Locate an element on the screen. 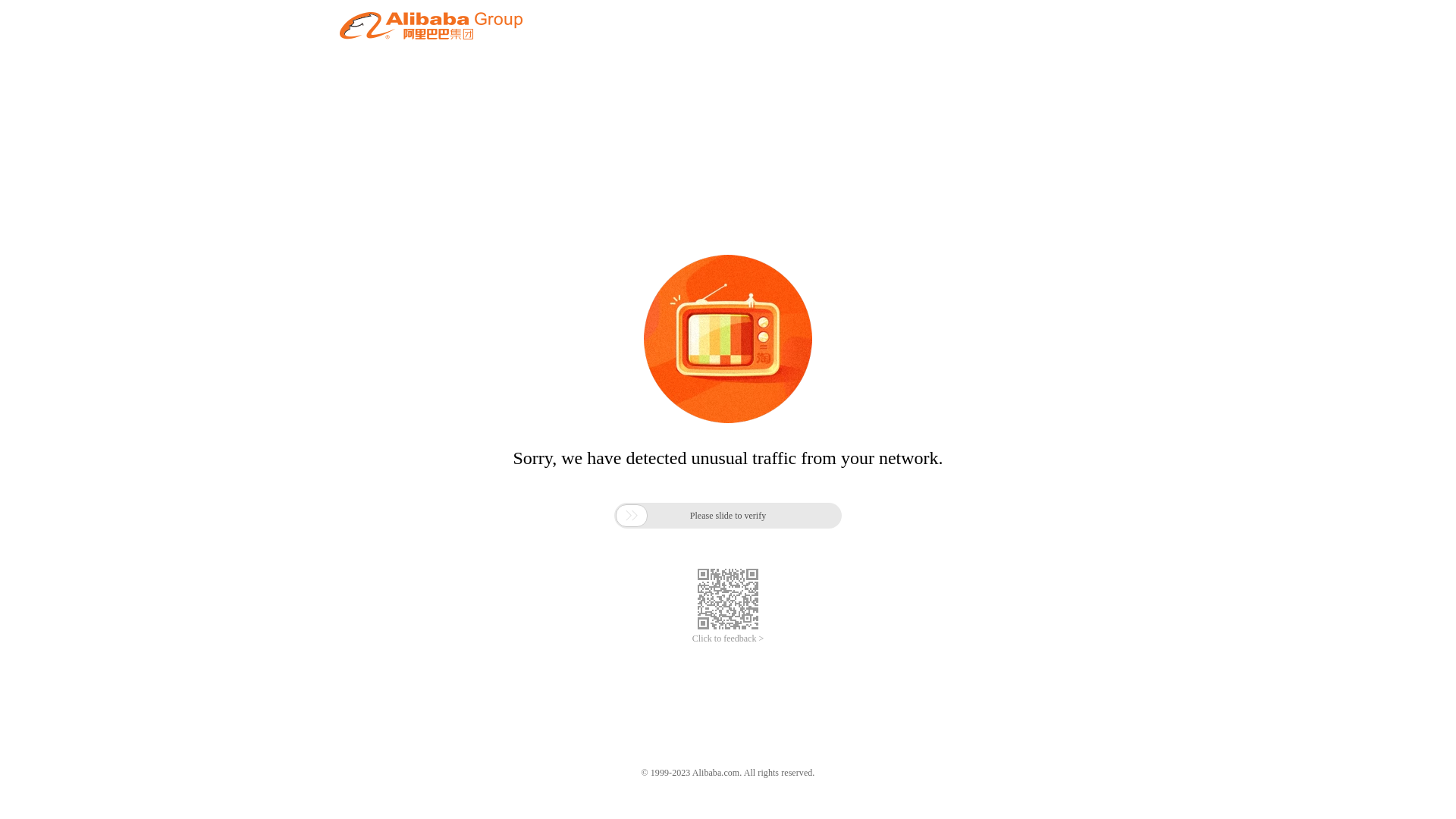 The width and height of the screenshot is (1456, 819). 'Click to feedback >' is located at coordinates (691, 639).